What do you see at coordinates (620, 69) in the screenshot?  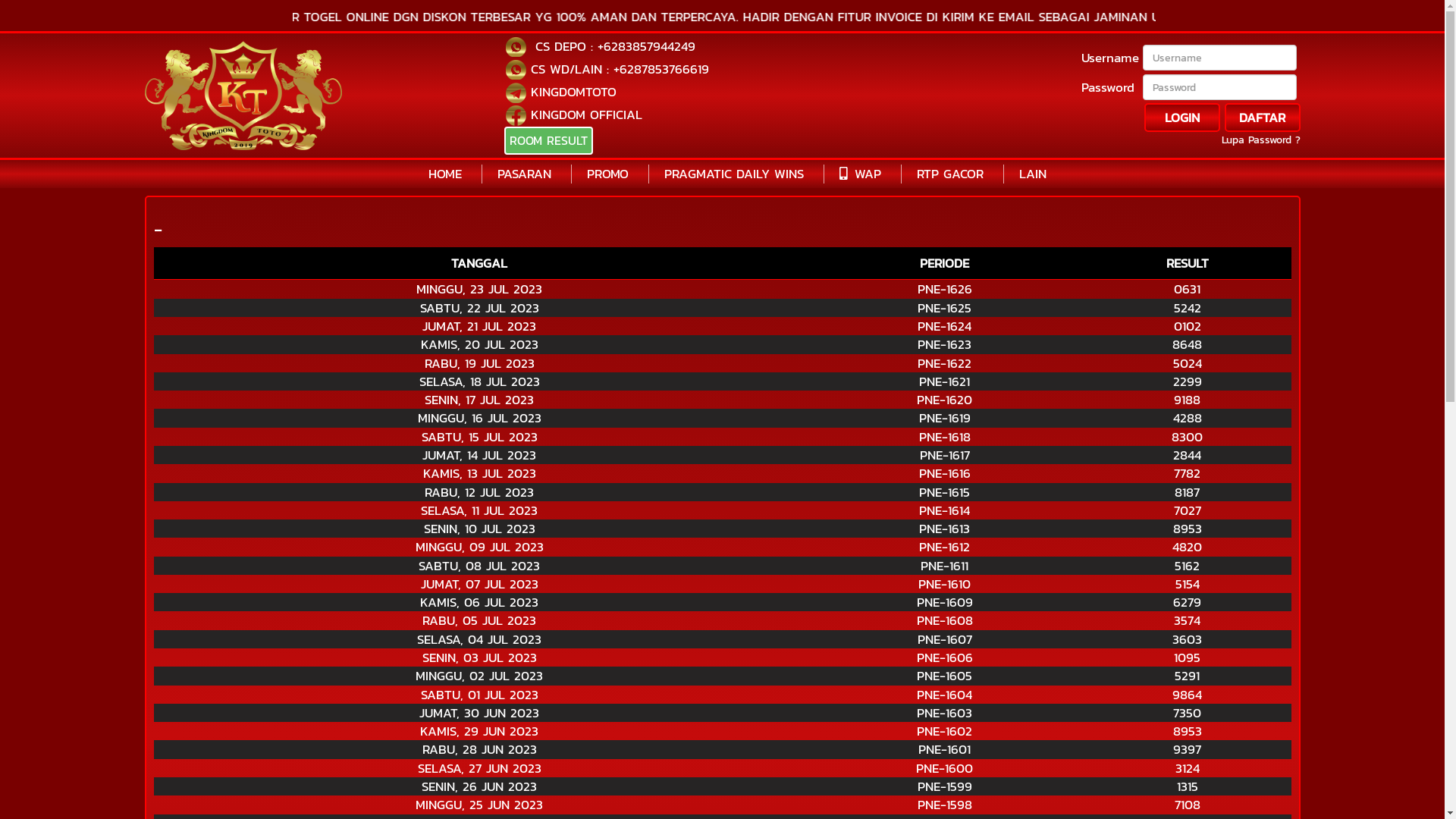 I see `'CS WD/LAIN : +6287853766619'` at bounding box center [620, 69].